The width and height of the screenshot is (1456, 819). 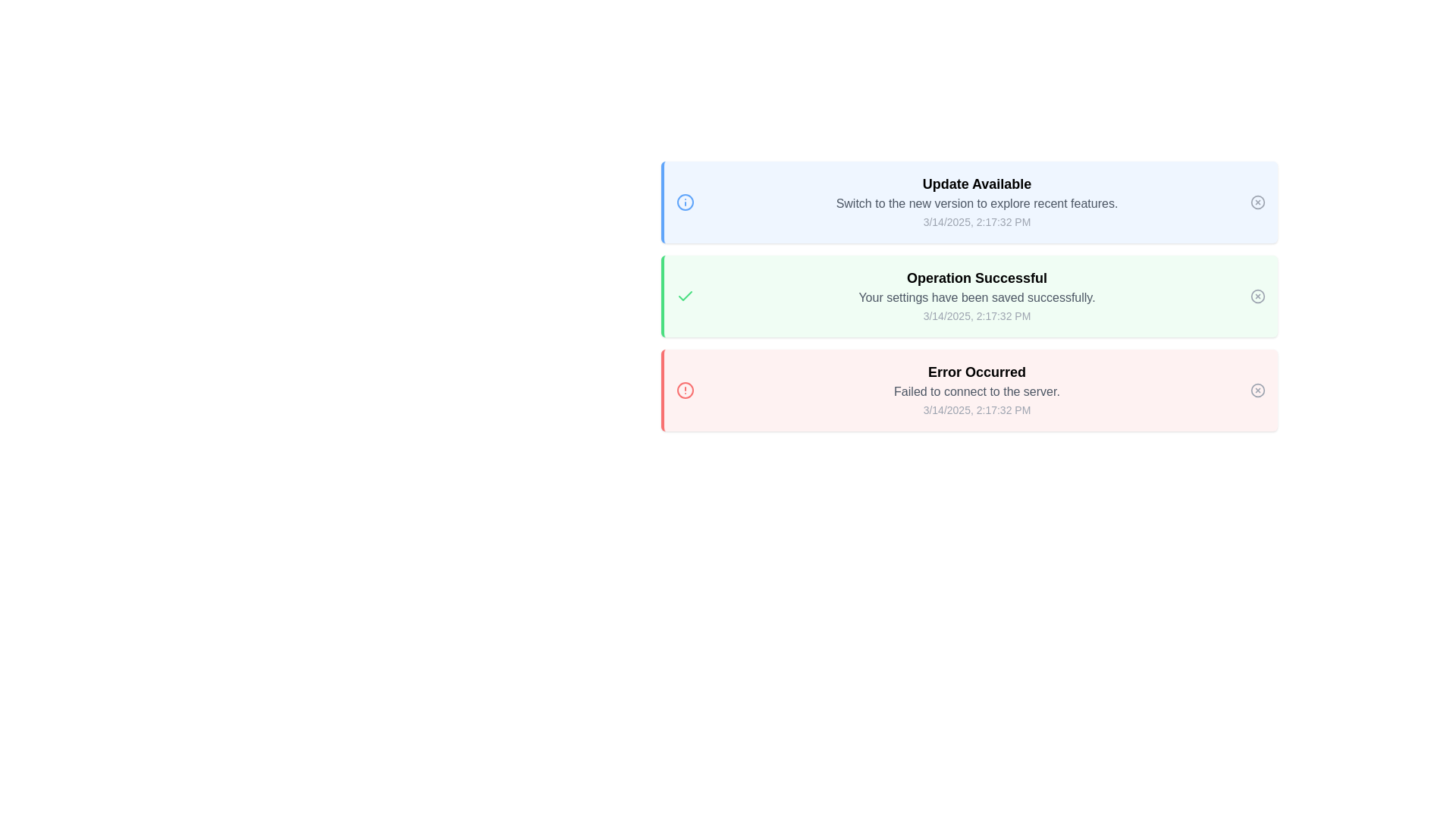 What do you see at coordinates (1258, 201) in the screenshot?
I see `the dismiss button located at the far-right of the 'Update Available' notification card` at bounding box center [1258, 201].